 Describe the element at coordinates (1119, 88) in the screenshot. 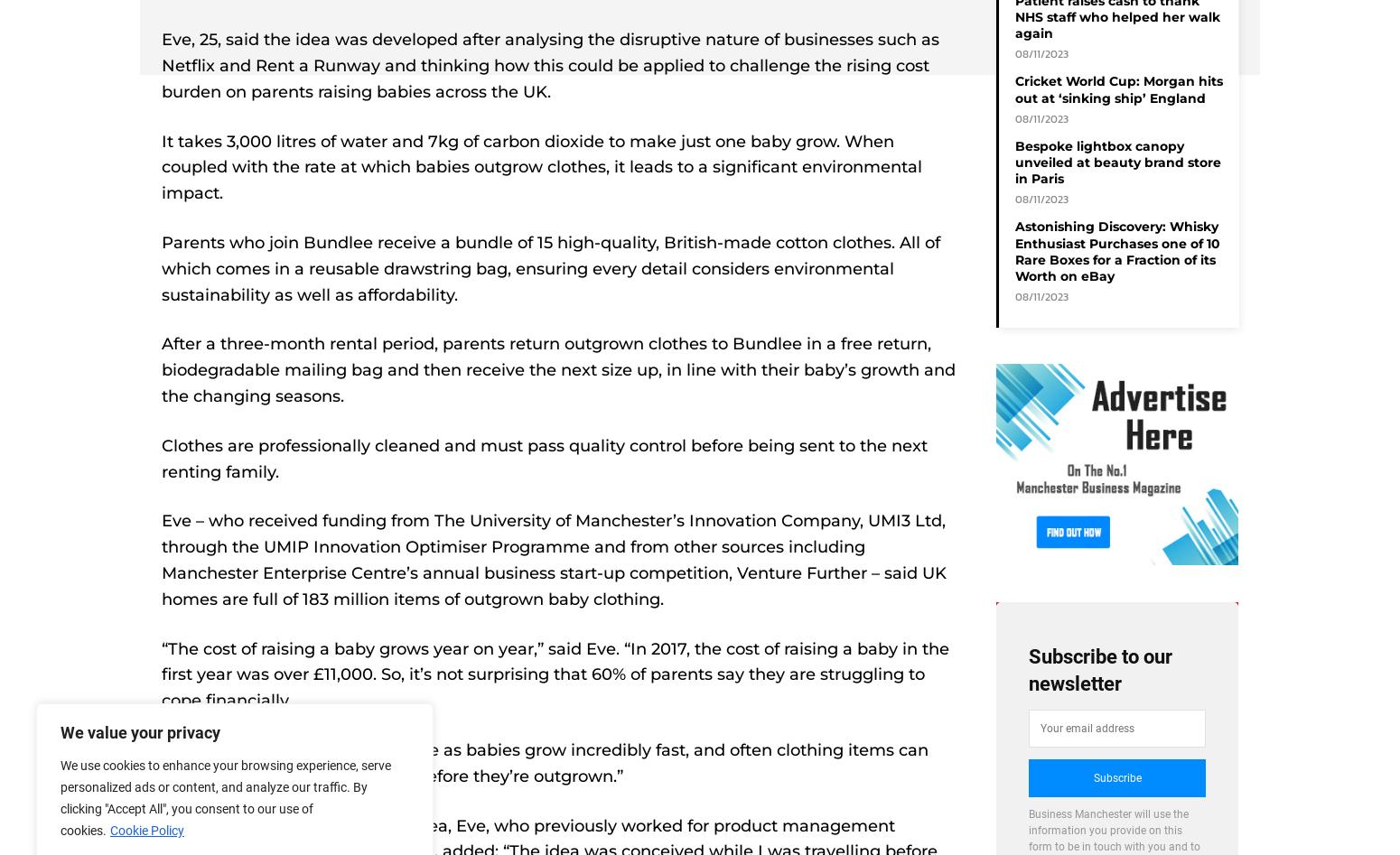

I see `'Cricket World Cup: Morgan hits out at ‘sinking ship’ England'` at that location.